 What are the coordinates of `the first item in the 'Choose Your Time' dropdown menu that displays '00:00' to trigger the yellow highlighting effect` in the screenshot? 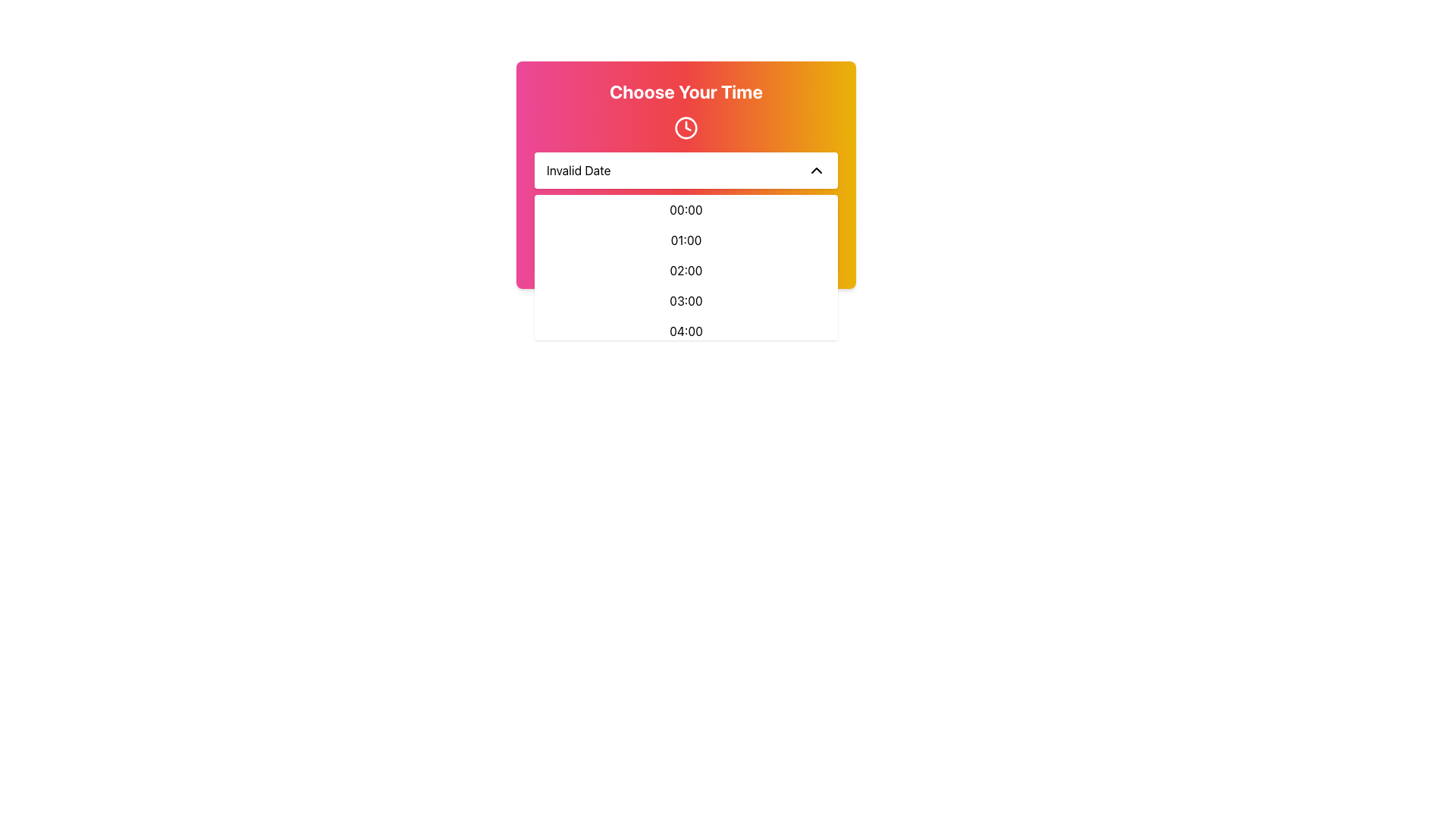 It's located at (686, 210).